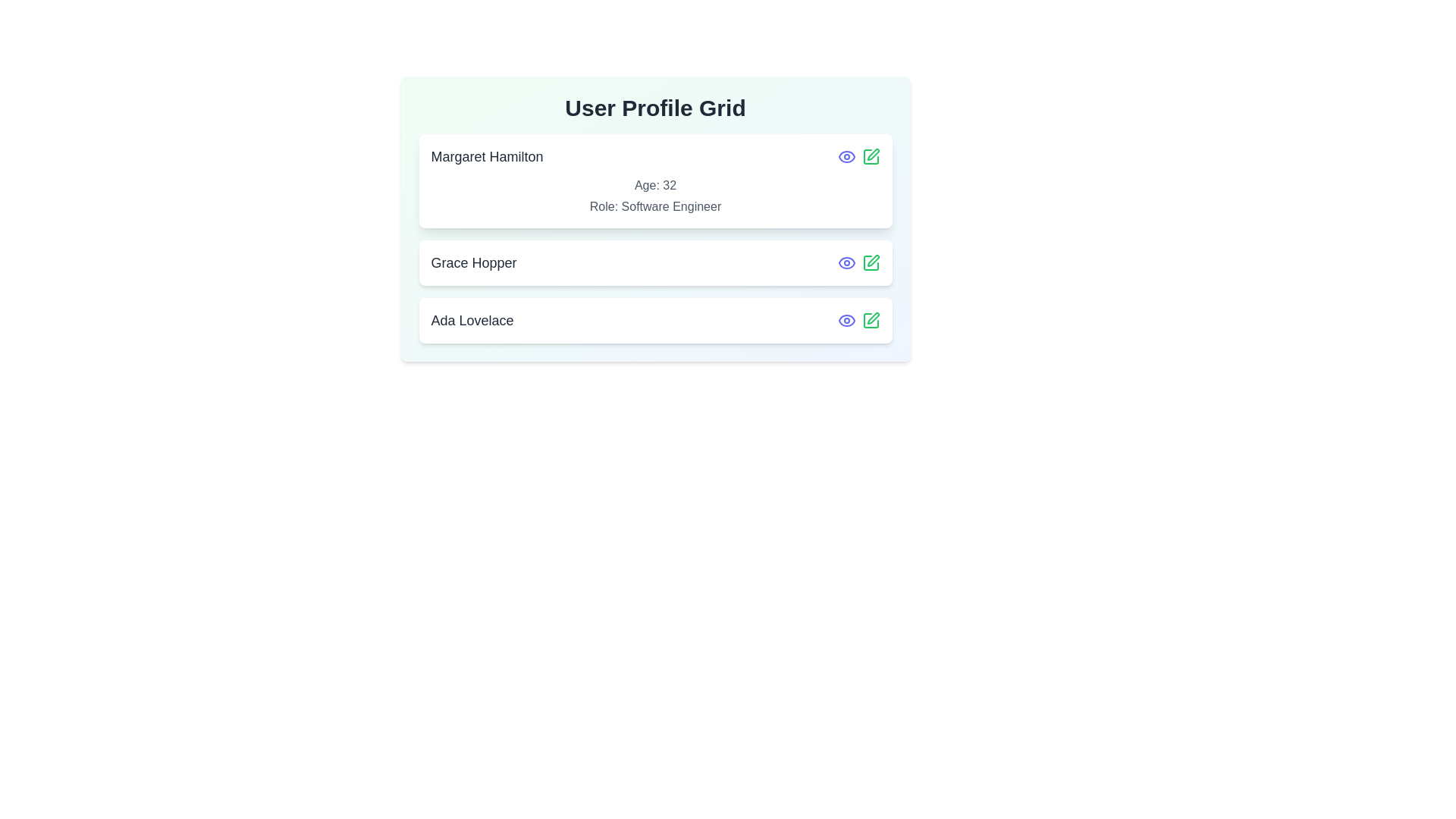 The height and width of the screenshot is (819, 1456). What do you see at coordinates (487, 157) in the screenshot?
I see `the profile name Margaret Hamilton by clicking on it` at bounding box center [487, 157].